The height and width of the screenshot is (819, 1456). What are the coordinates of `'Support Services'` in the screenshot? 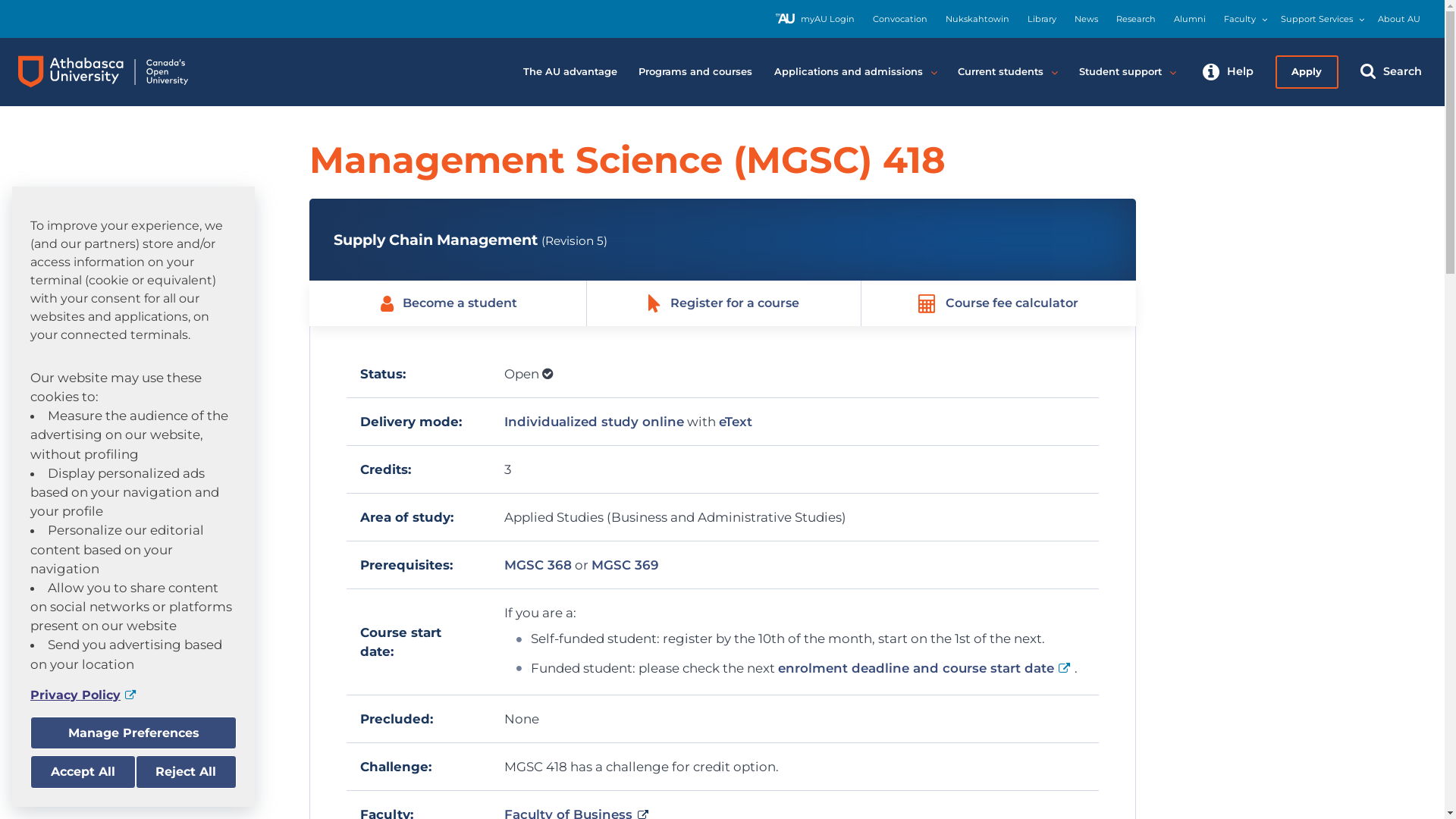 It's located at (1316, 19).